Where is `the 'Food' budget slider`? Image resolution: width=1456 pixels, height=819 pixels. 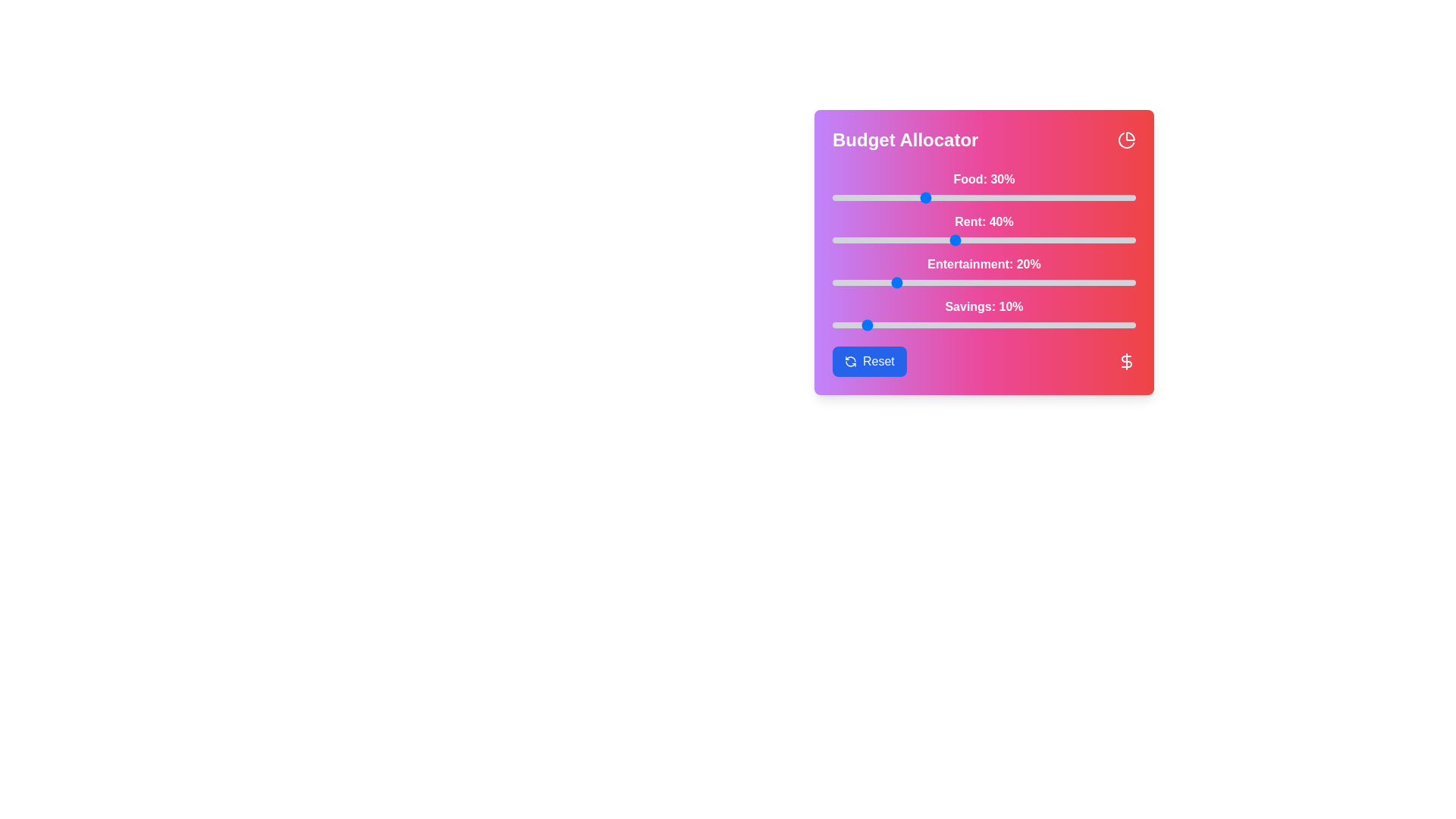 the 'Food' budget slider is located at coordinates (975, 197).